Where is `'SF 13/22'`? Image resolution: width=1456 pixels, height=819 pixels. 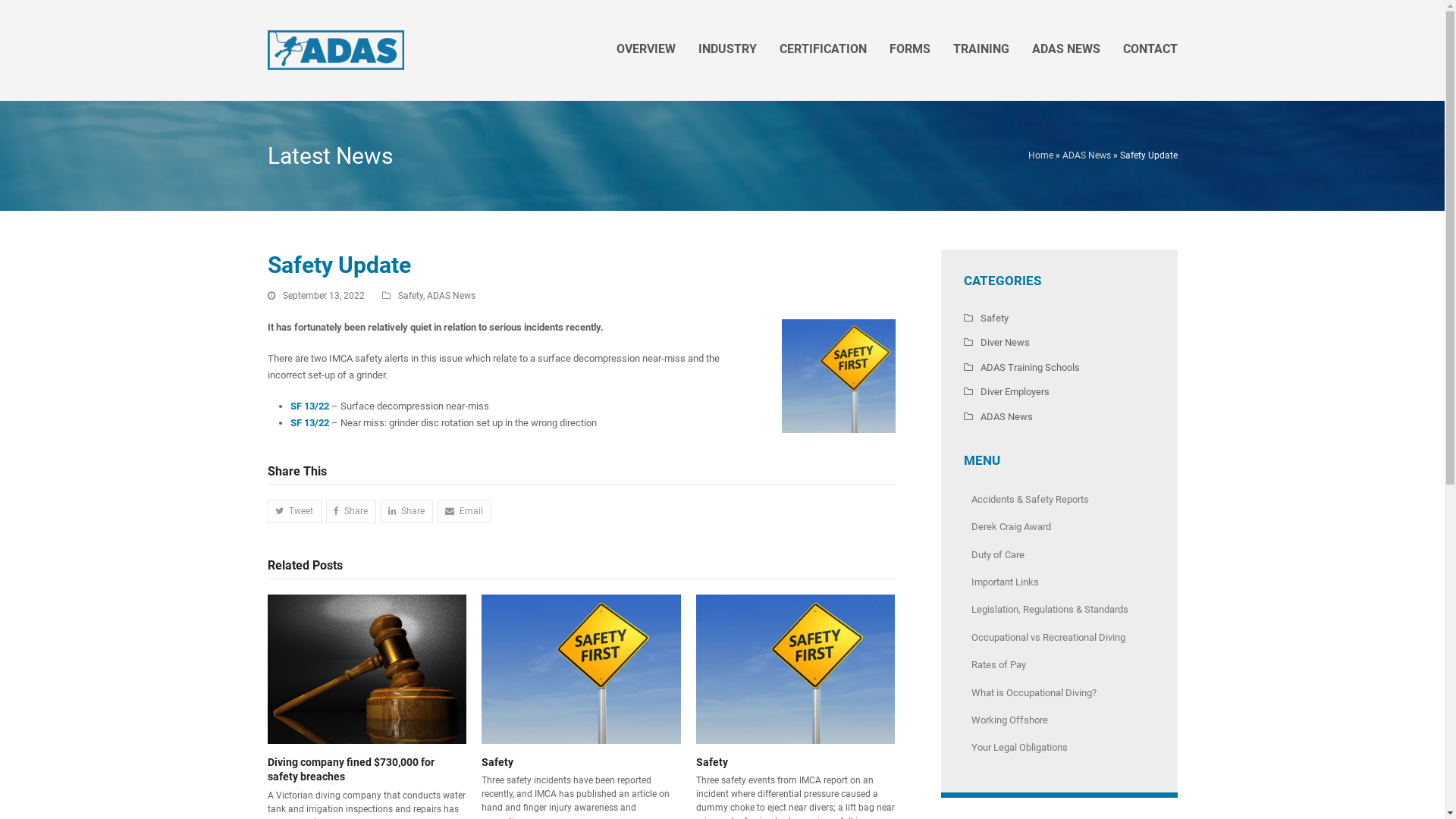
'SF 13/22' is located at coordinates (308, 422).